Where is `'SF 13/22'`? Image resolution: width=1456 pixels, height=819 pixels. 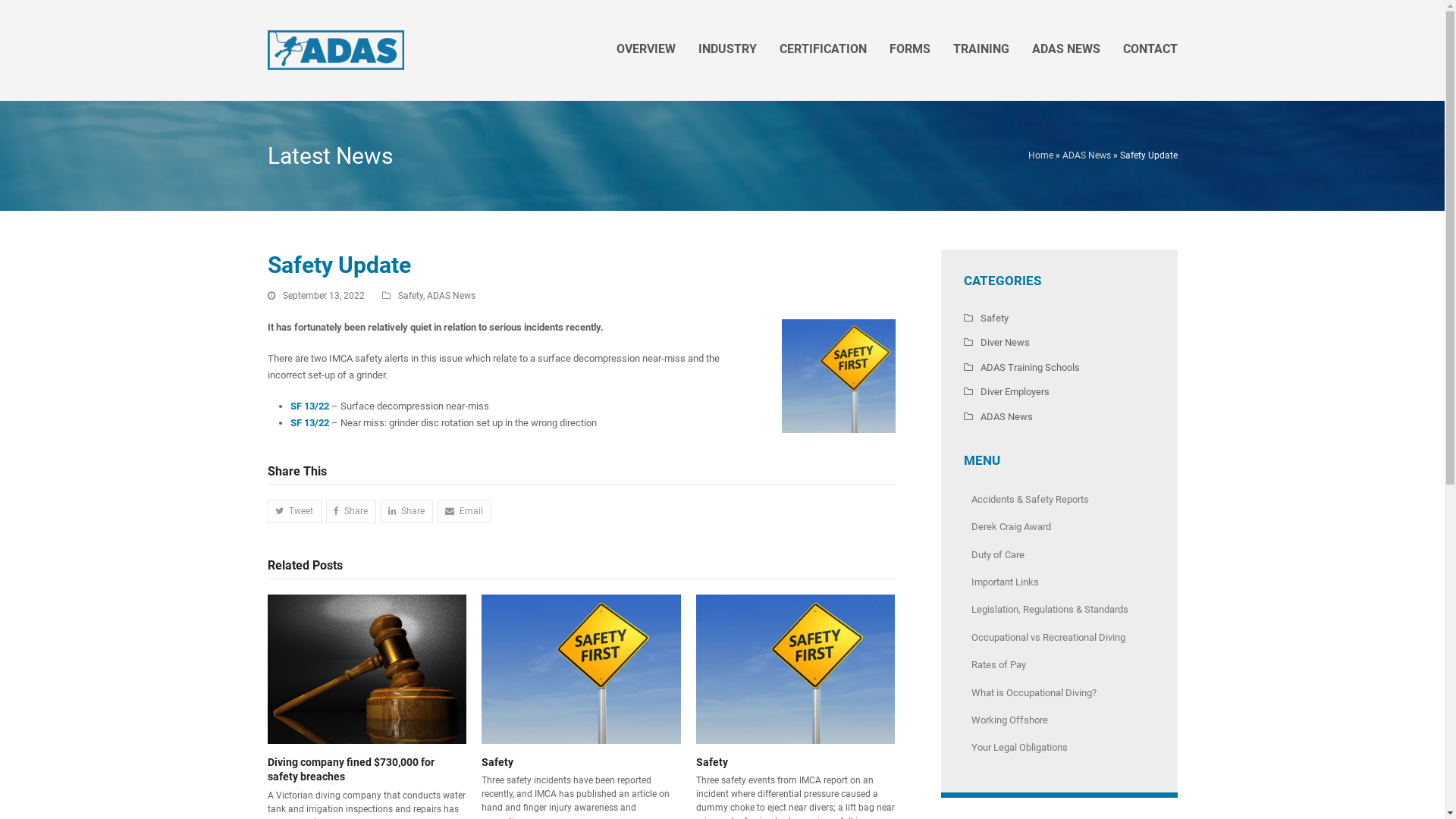
'SF 13/22' is located at coordinates (308, 422).